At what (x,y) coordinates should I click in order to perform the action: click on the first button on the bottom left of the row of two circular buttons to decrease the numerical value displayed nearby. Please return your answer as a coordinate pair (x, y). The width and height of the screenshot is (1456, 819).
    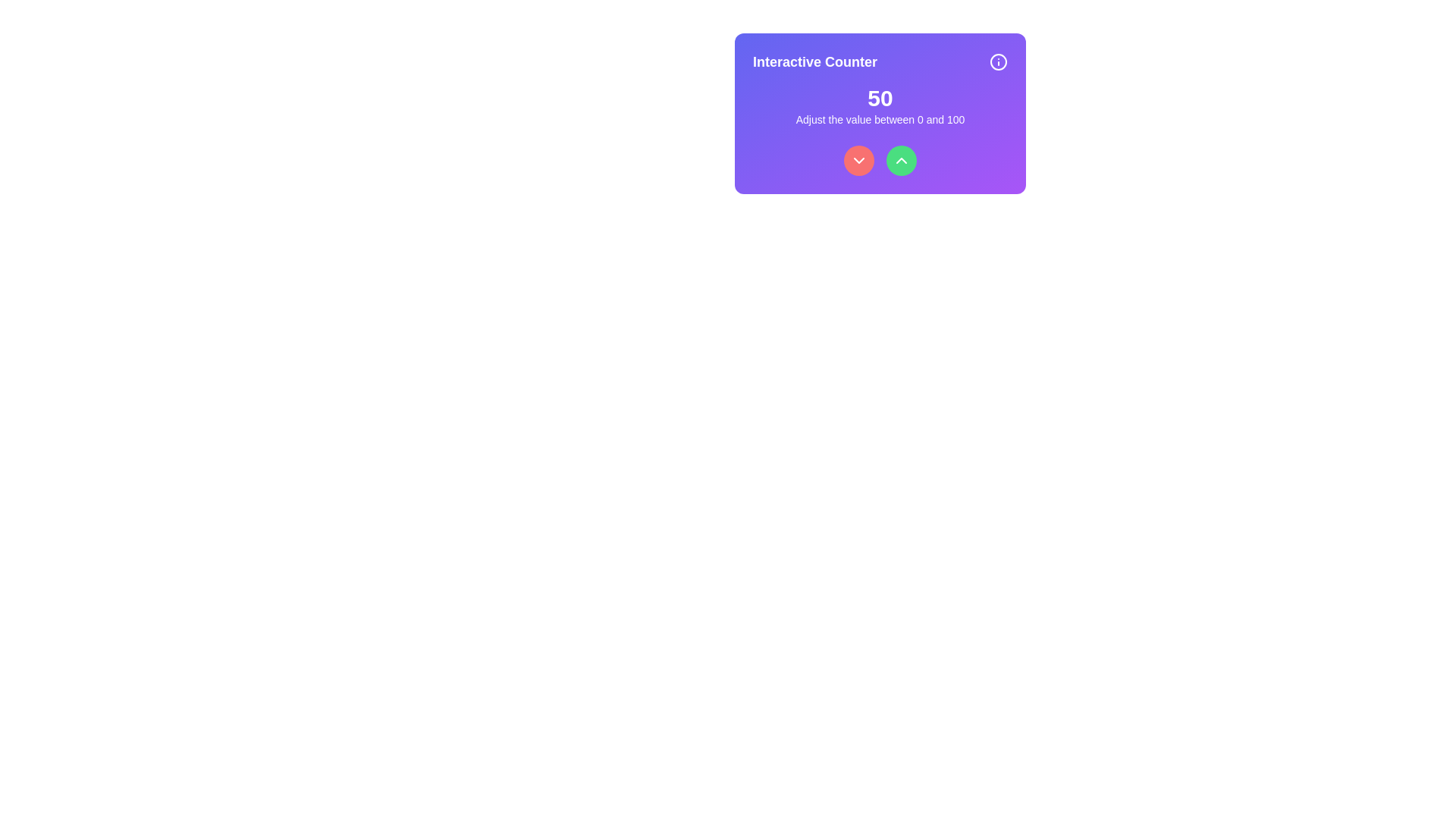
    Looking at the image, I should click on (858, 161).